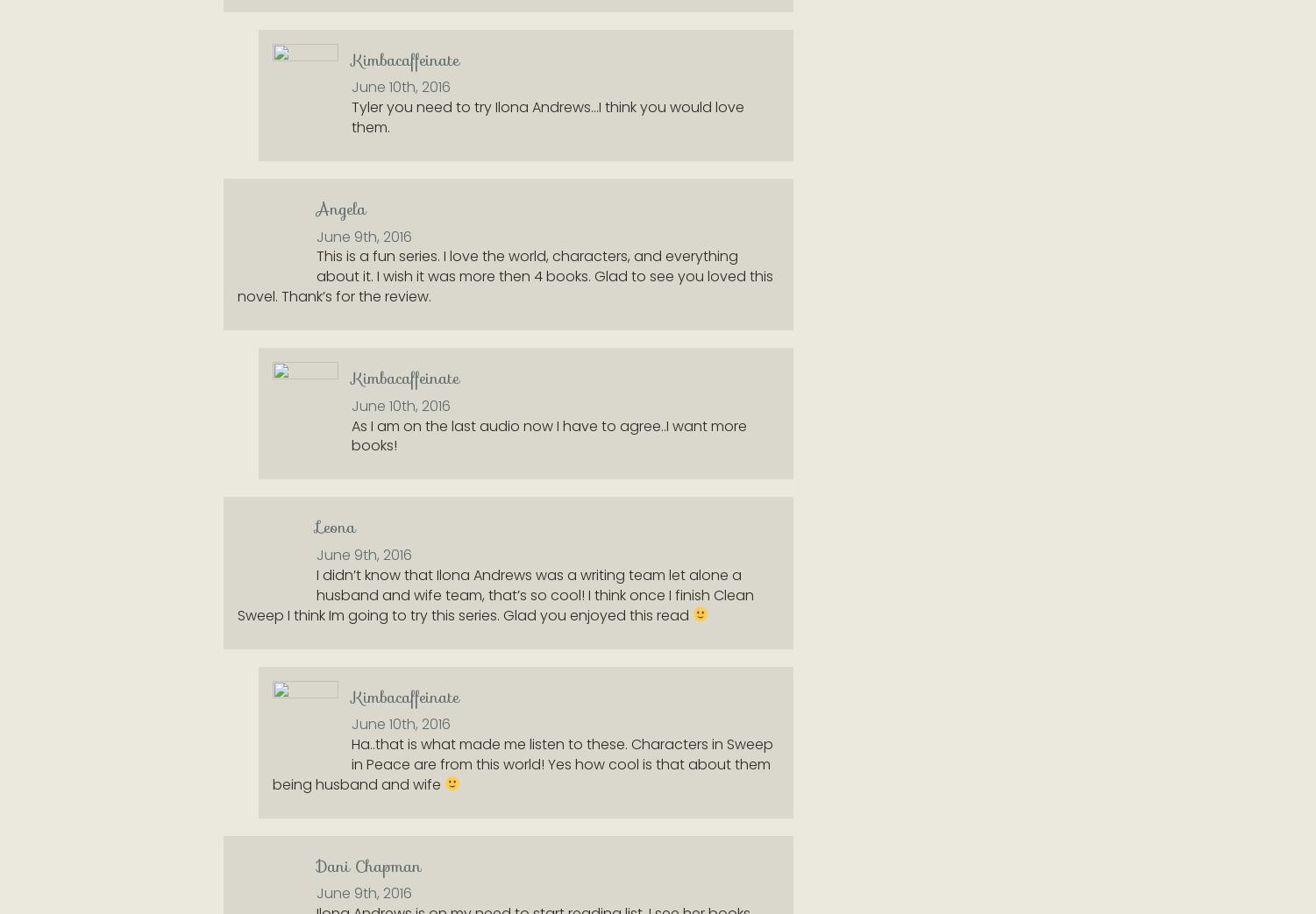 The image size is (1316, 914). I want to click on 'This is a fun series. I love the world, characters, and everything about it. I wish it was more then 4 books. Glad to see you loved this novel. Thank’s for the review.', so click(505, 275).